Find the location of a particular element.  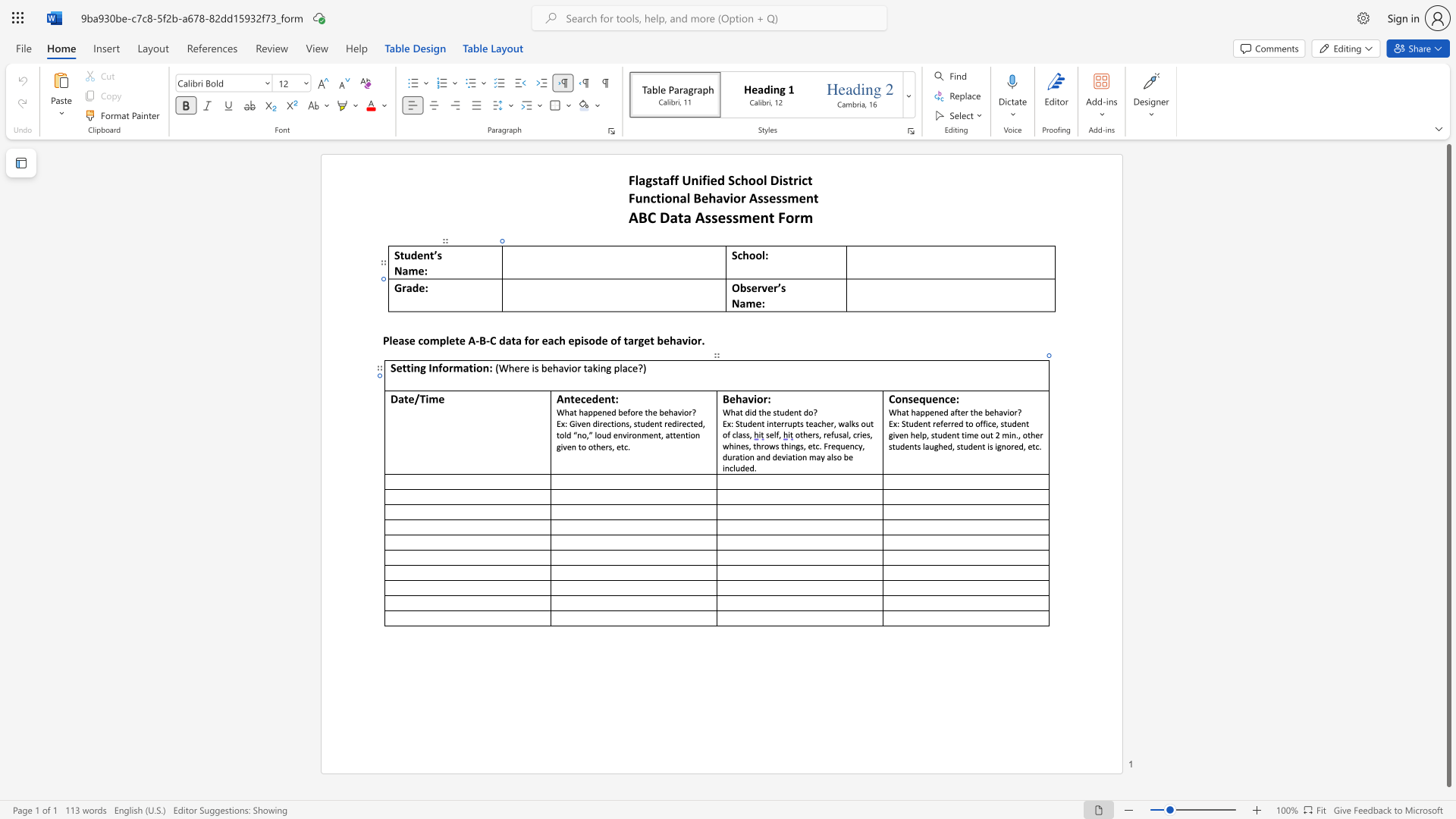

the 1th character "d" in the text is located at coordinates (594, 398).